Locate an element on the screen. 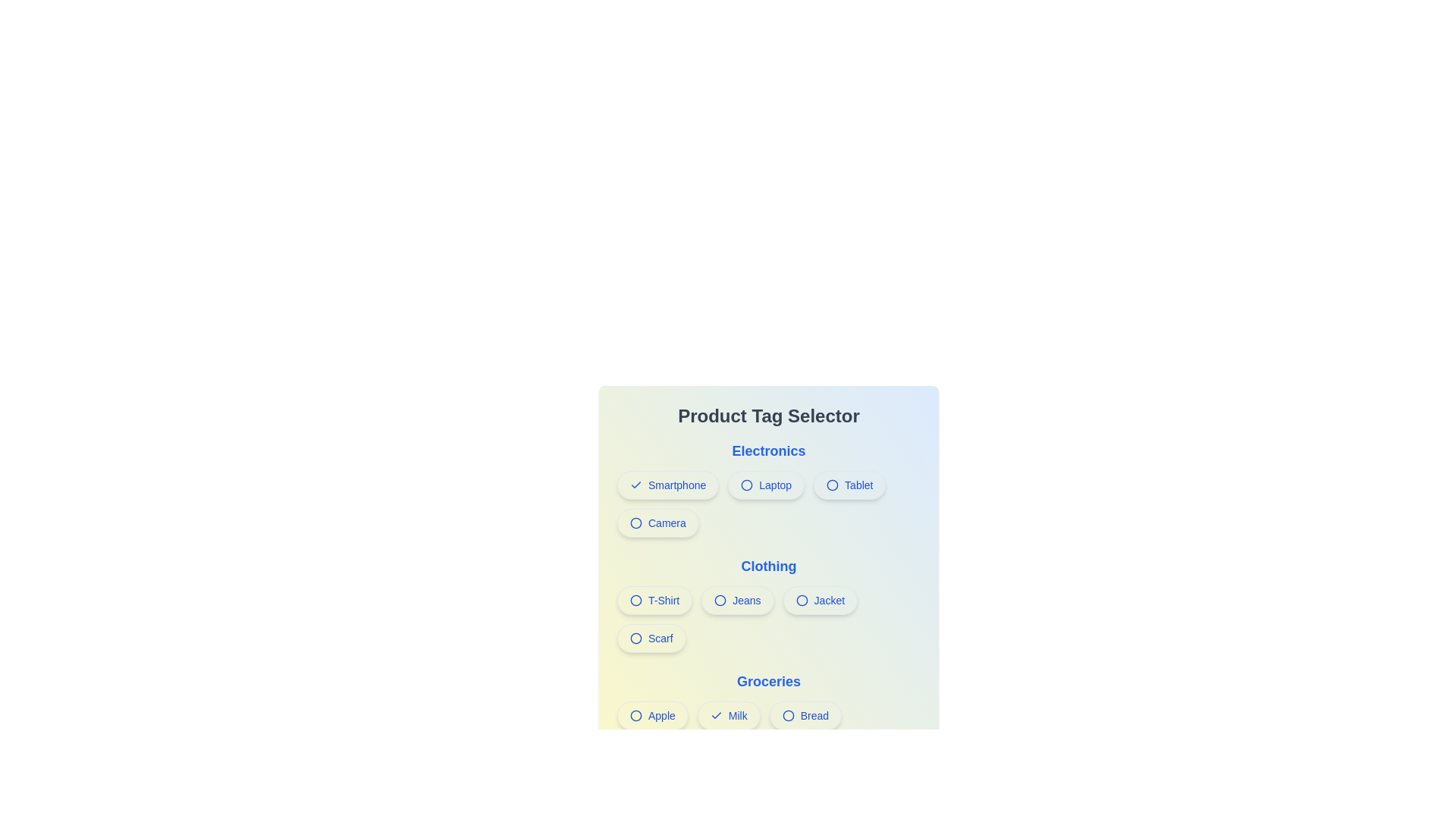 The image size is (1456, 819). the first selectable tag button in the 'Groceries' section is located at coordinates (652, 716).